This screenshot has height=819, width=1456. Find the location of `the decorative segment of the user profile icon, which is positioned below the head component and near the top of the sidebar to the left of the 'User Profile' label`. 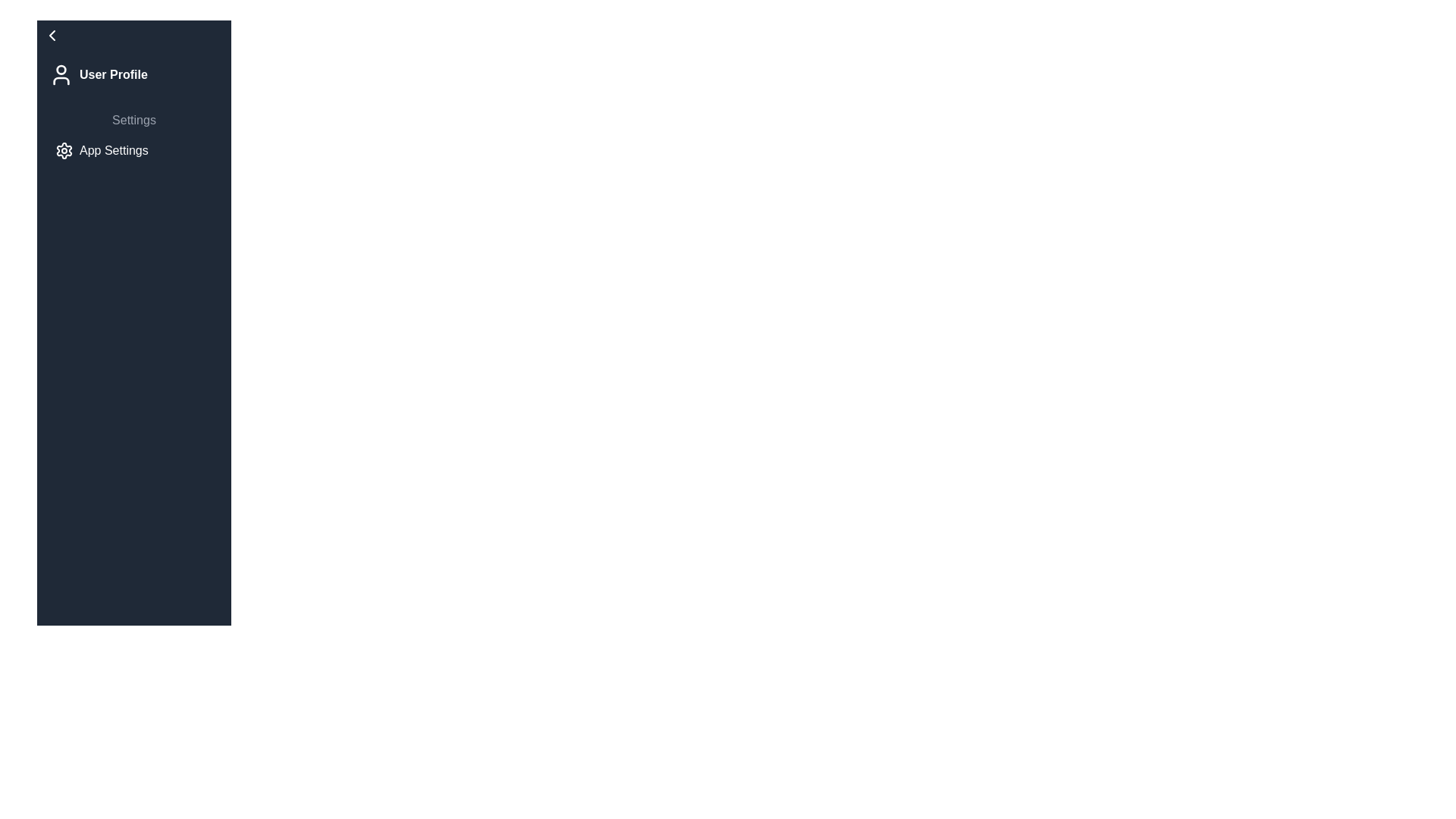

the decorative segment of the user profile icon, which is positioned below the head component and near the top of the sidebar to the left of the 'User Profile' label is located at coordinates (61, 81).